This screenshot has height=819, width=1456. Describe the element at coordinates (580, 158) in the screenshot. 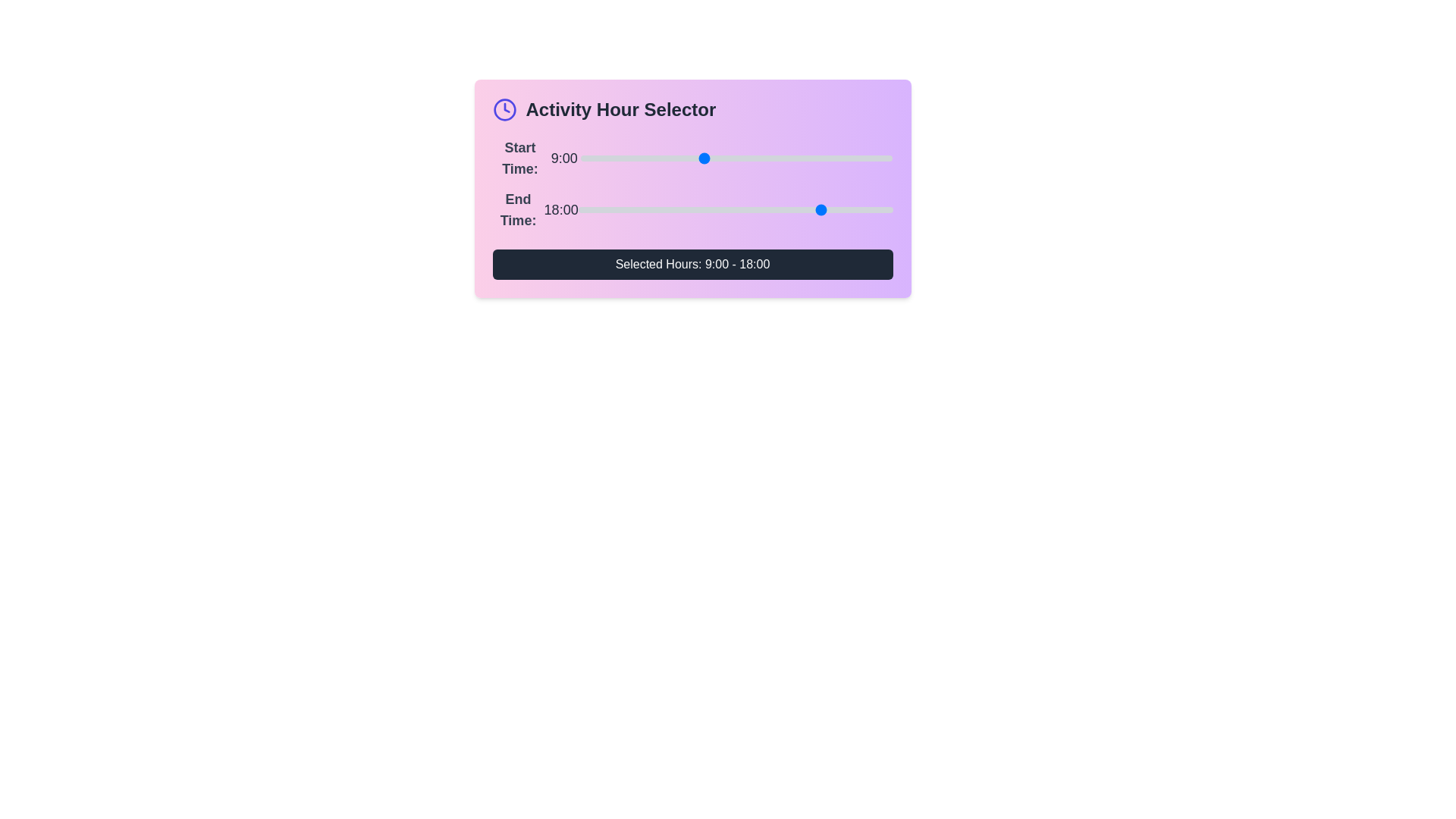

I see `the start time slider to set the hour to 0` at that location.